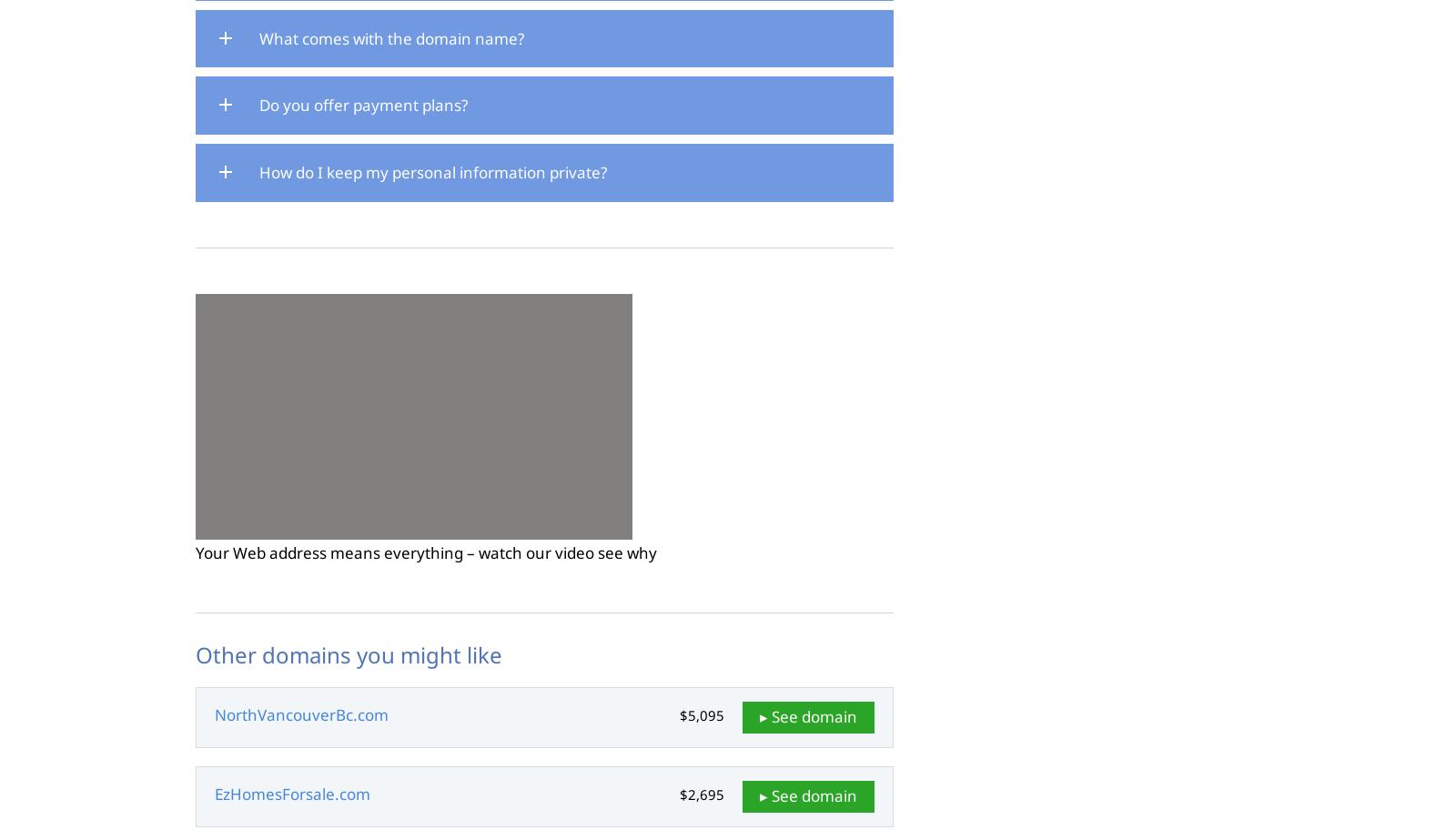 This screenshot has height=830, width=1456. What do you see at coordinates (390, 36) in the screenshot?
I see `'What comes with the domain name?'` at bounding box center [390, 36].